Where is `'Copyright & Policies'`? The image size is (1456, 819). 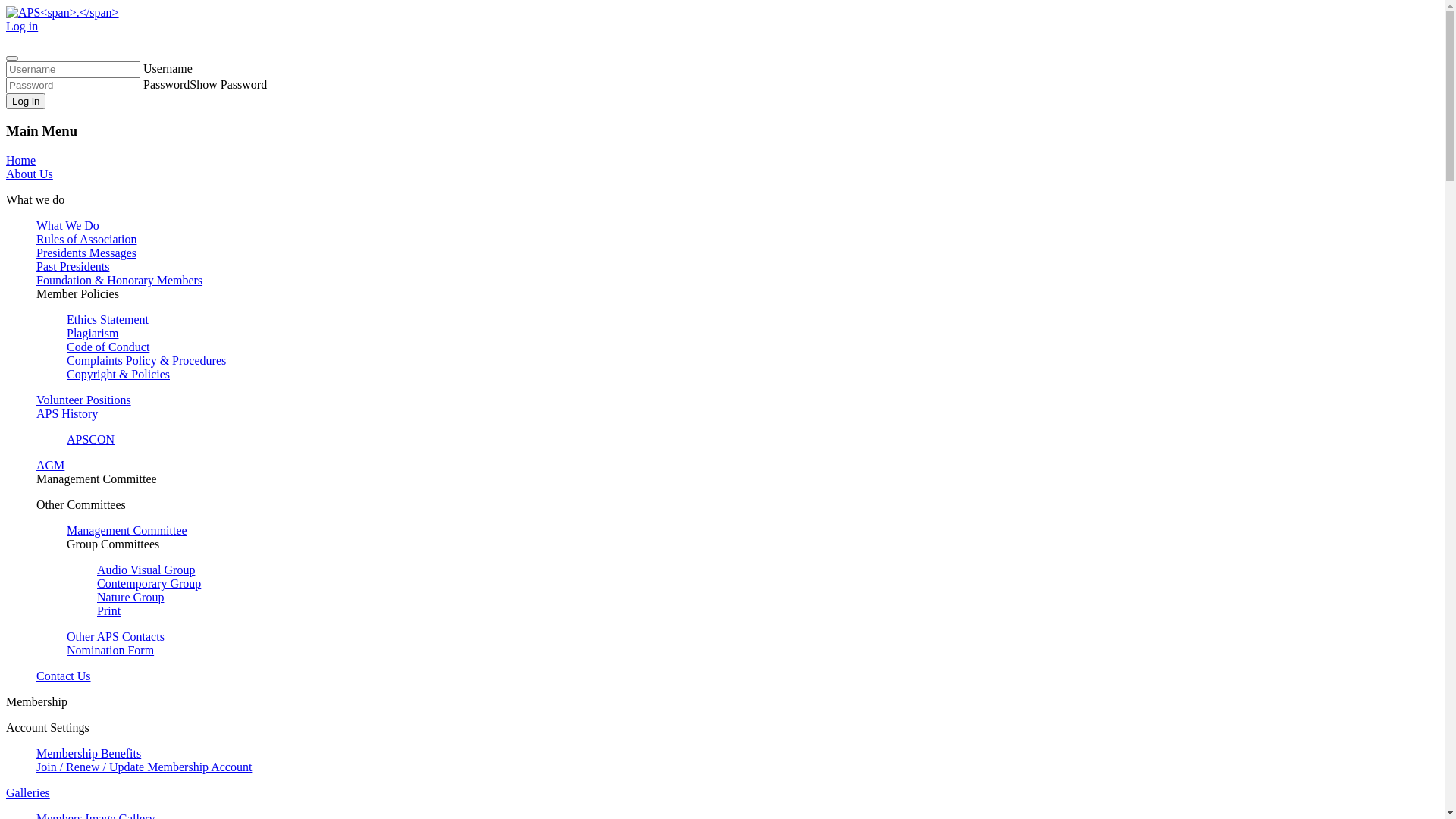
'Copyright & Policies' is located at coordinates (118, 374).